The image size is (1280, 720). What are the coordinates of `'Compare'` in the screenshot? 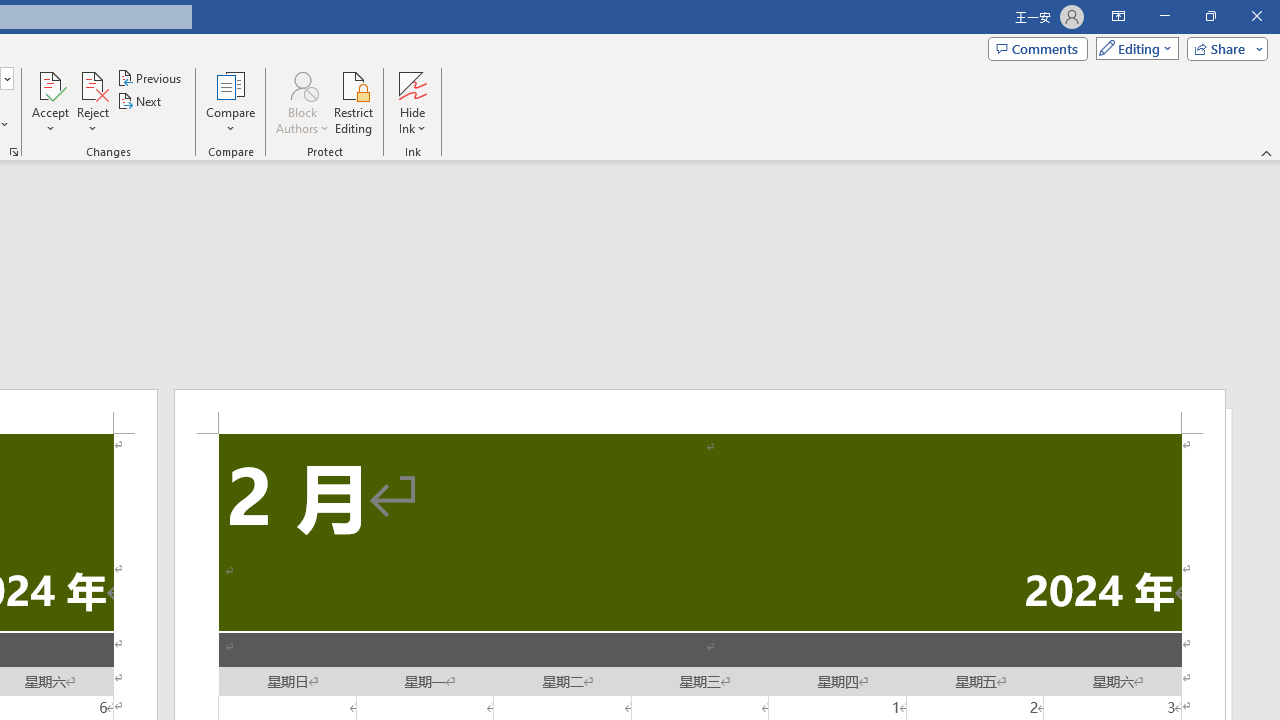 It's located at (231, 103).